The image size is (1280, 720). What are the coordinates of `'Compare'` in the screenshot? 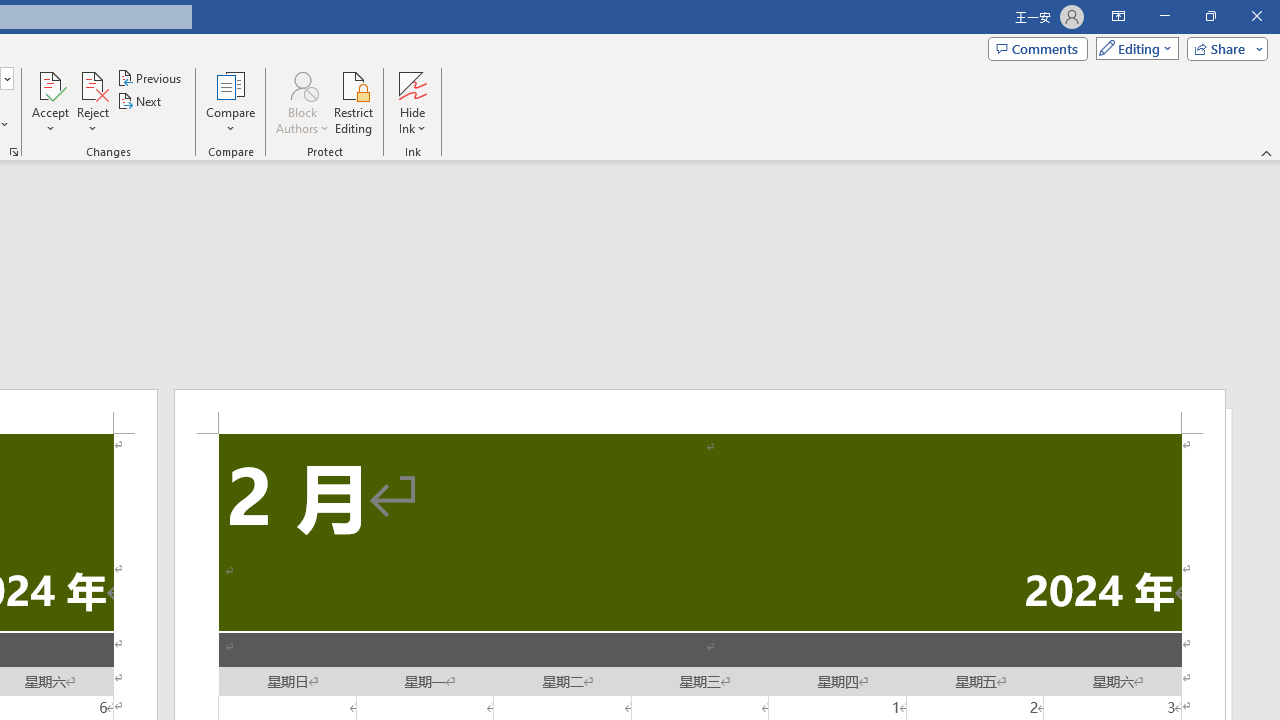 It's located at (231, 103).